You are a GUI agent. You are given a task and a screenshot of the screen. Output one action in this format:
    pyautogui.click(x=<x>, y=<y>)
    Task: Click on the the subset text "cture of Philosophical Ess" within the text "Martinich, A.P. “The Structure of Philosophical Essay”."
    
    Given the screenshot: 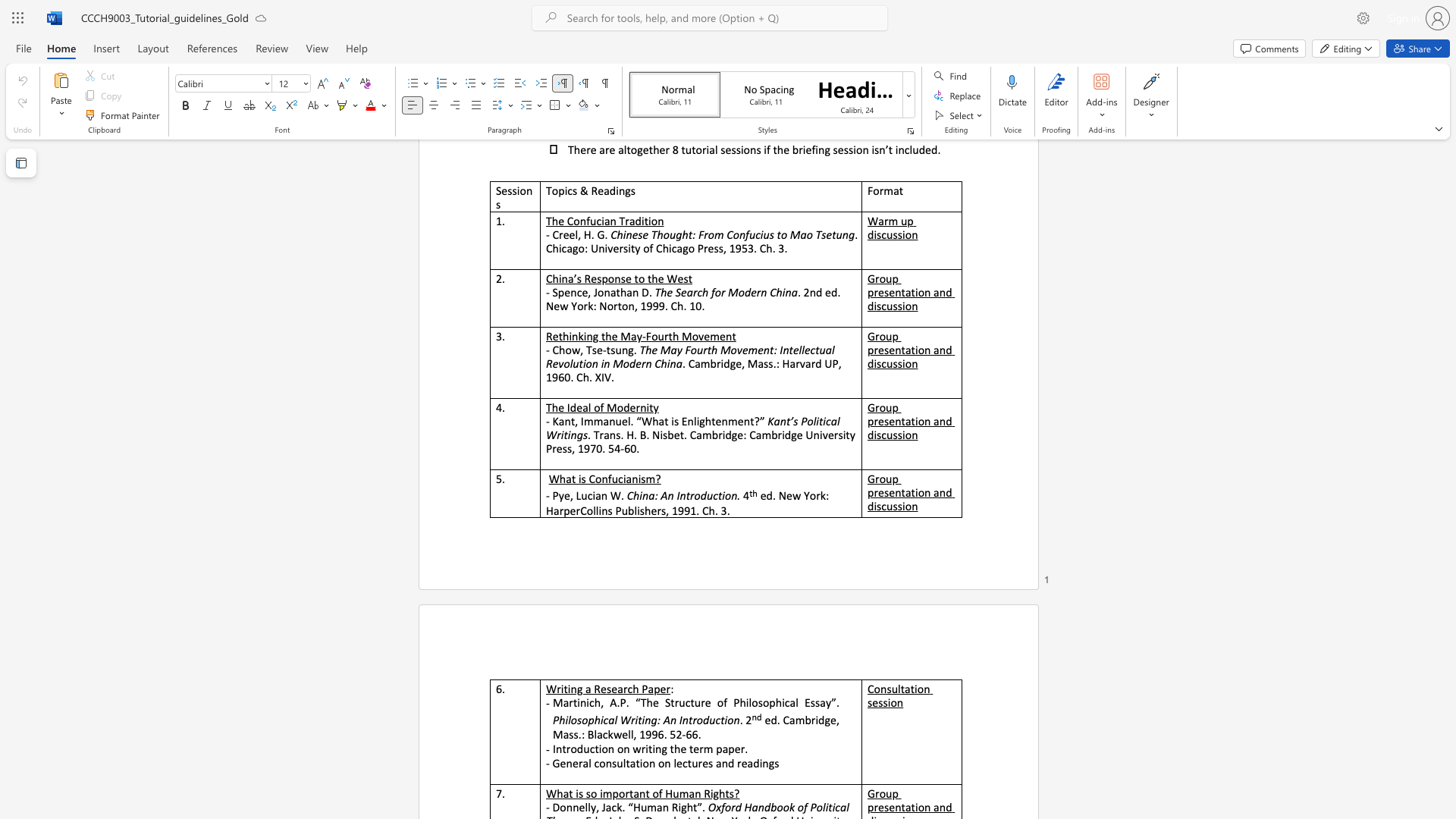 What is the action you would take?
    pyautogui.click(x=684, y=702)
    